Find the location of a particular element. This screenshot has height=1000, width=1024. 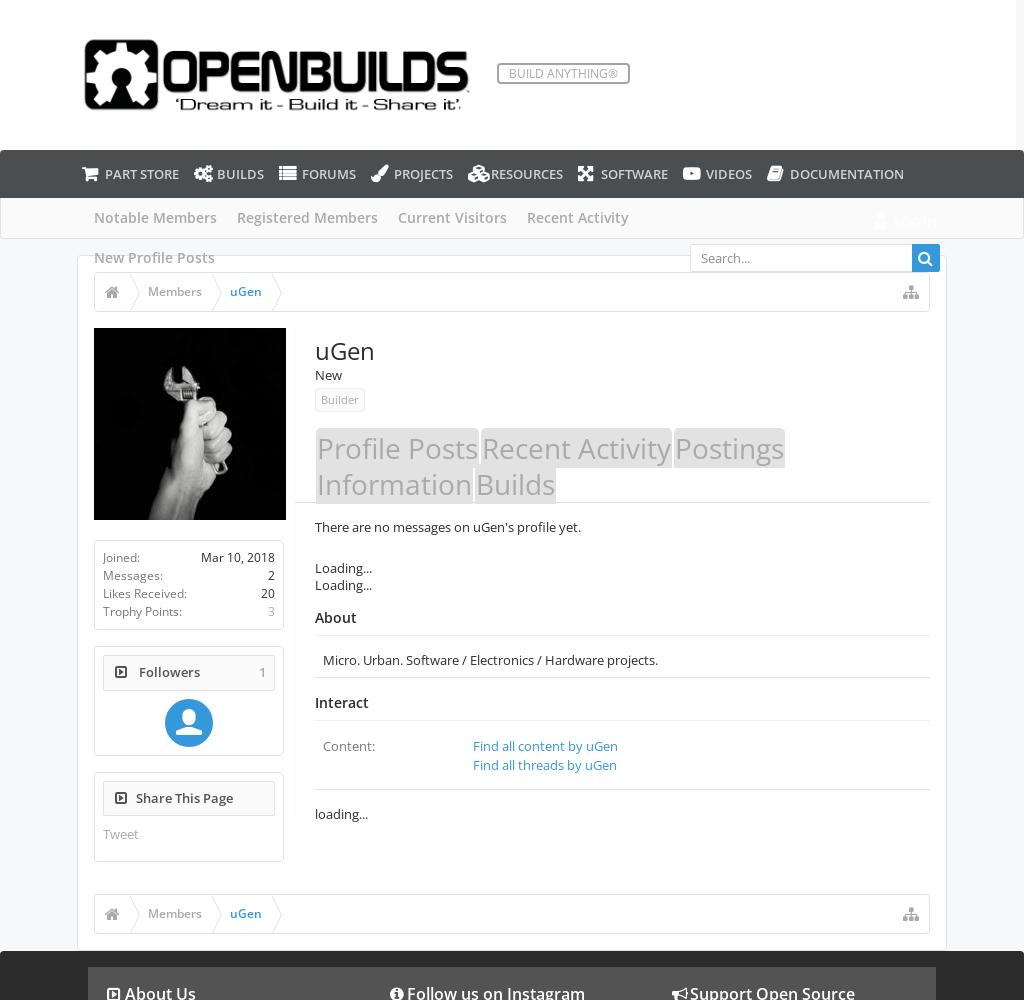

'Trophy Points:' is located at coordinates (140, 609).